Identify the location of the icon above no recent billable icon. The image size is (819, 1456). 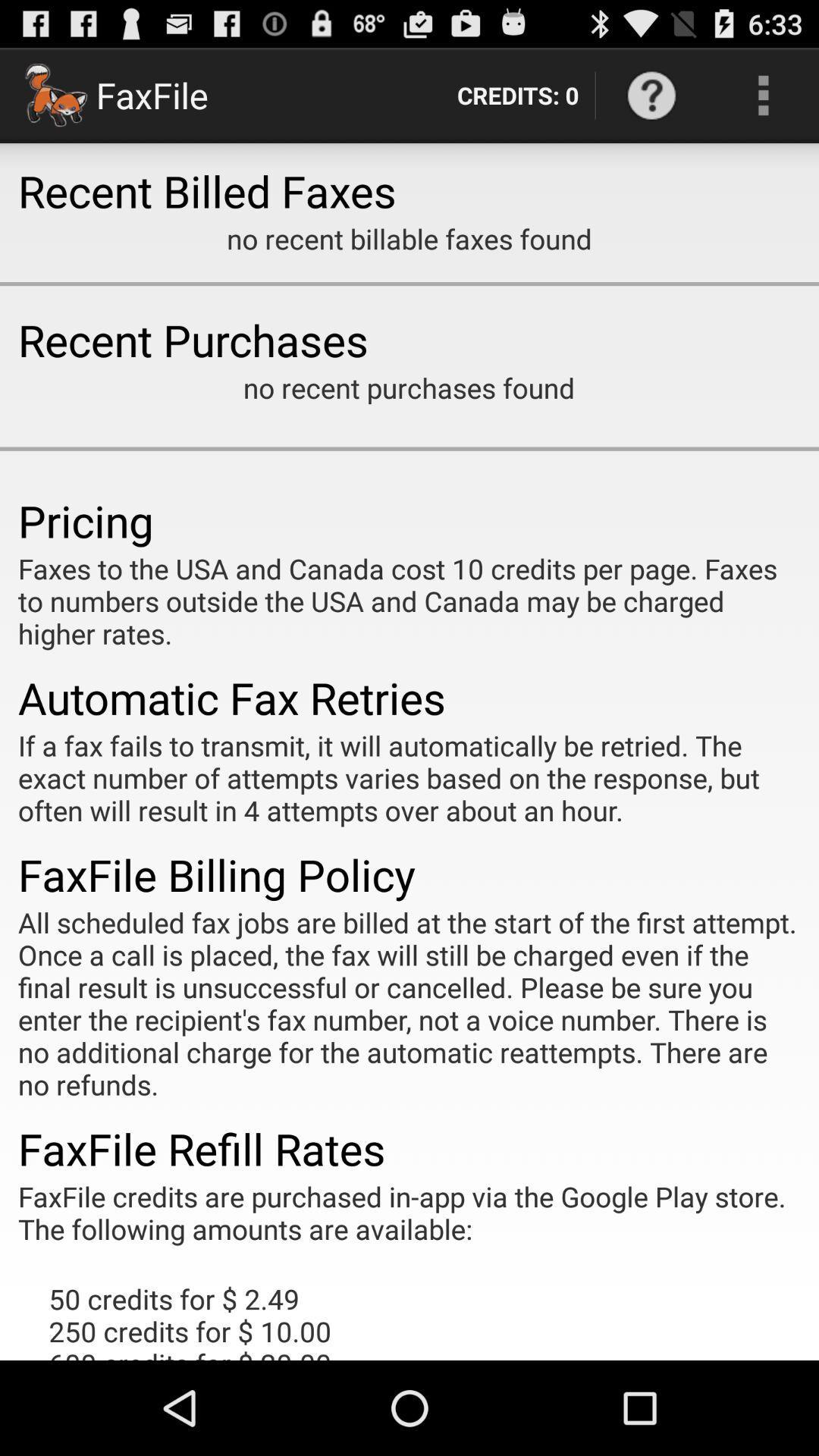
(651, 94).